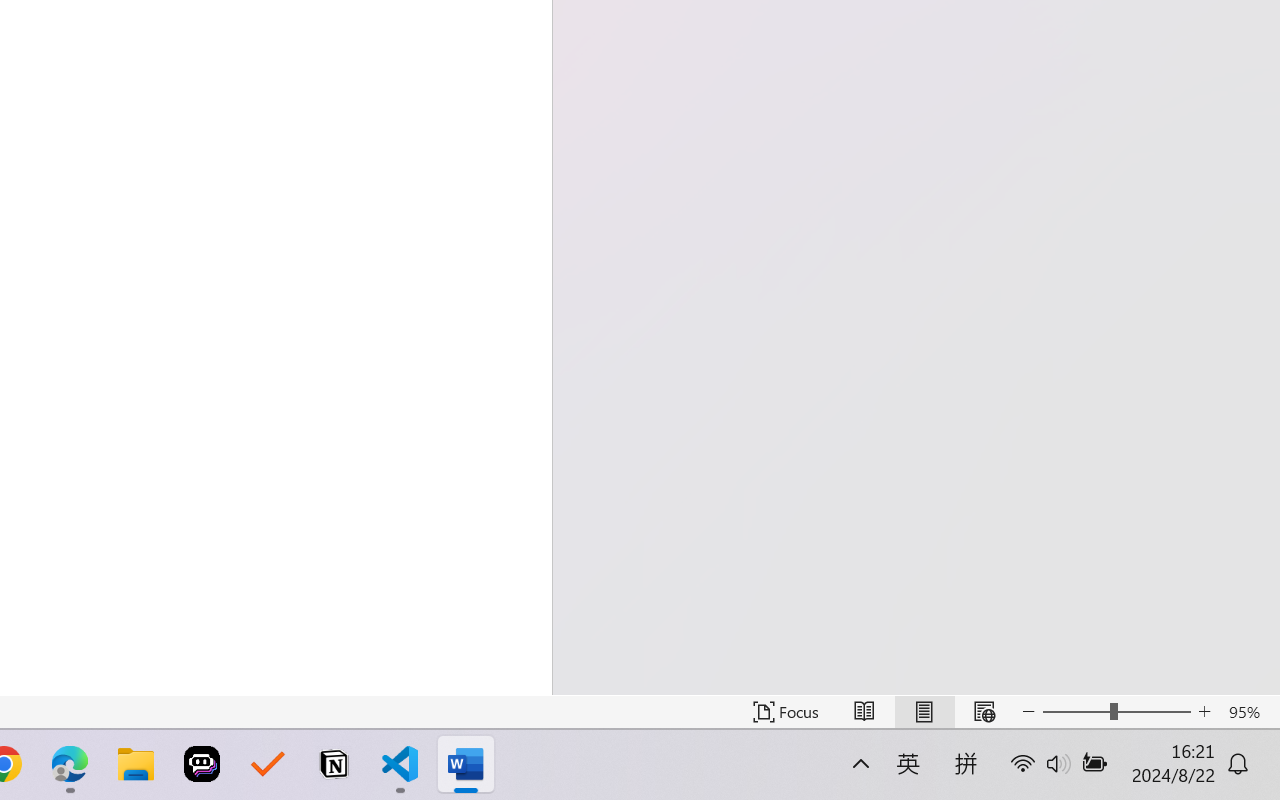 This screenshot has width=1280, height=800. What do you see at coordinates (1248, 711) in the screenshot?
I see `'Zoom 95%'` at bounding box center [1248, 711].